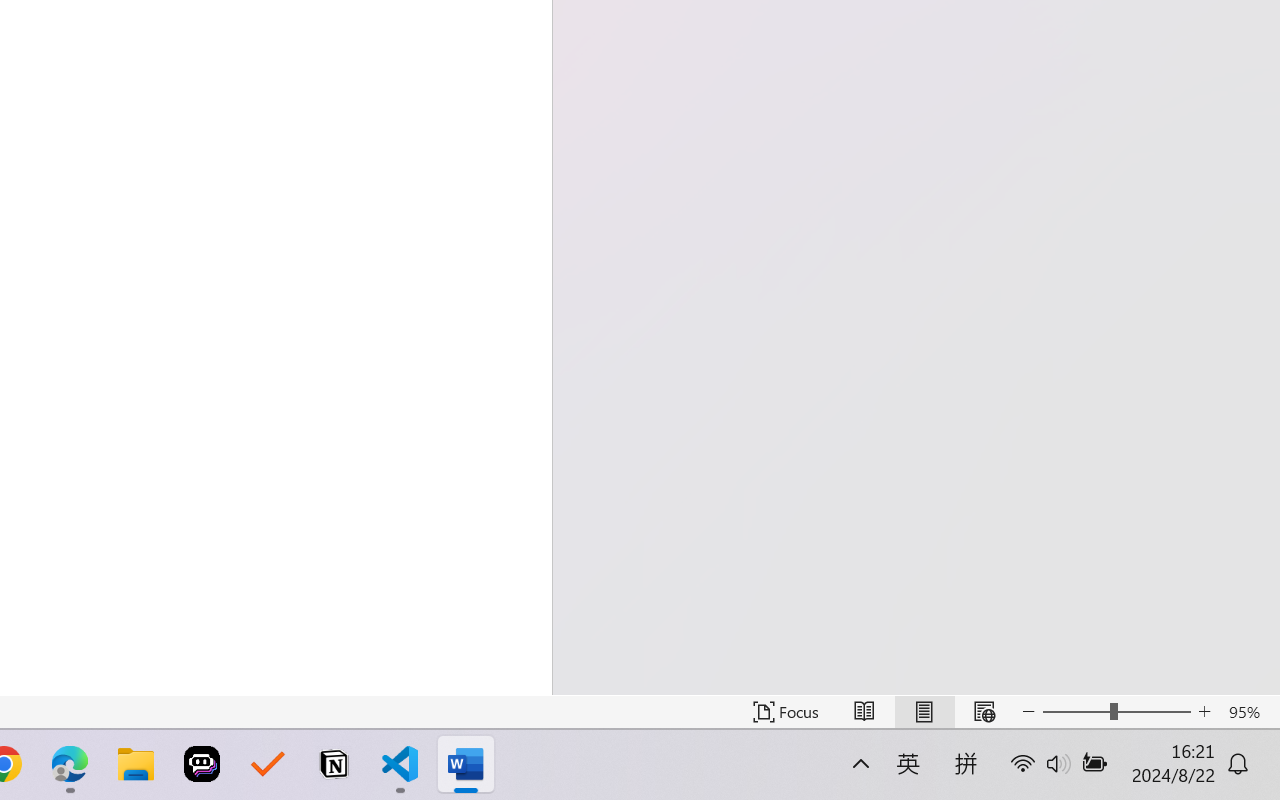 This screenshot has width=1280, height=800. What do you see at coordinates (1248, 711) in the screenshot?
I see `'Zoom 95%'` at bounding box center [1248, 711].